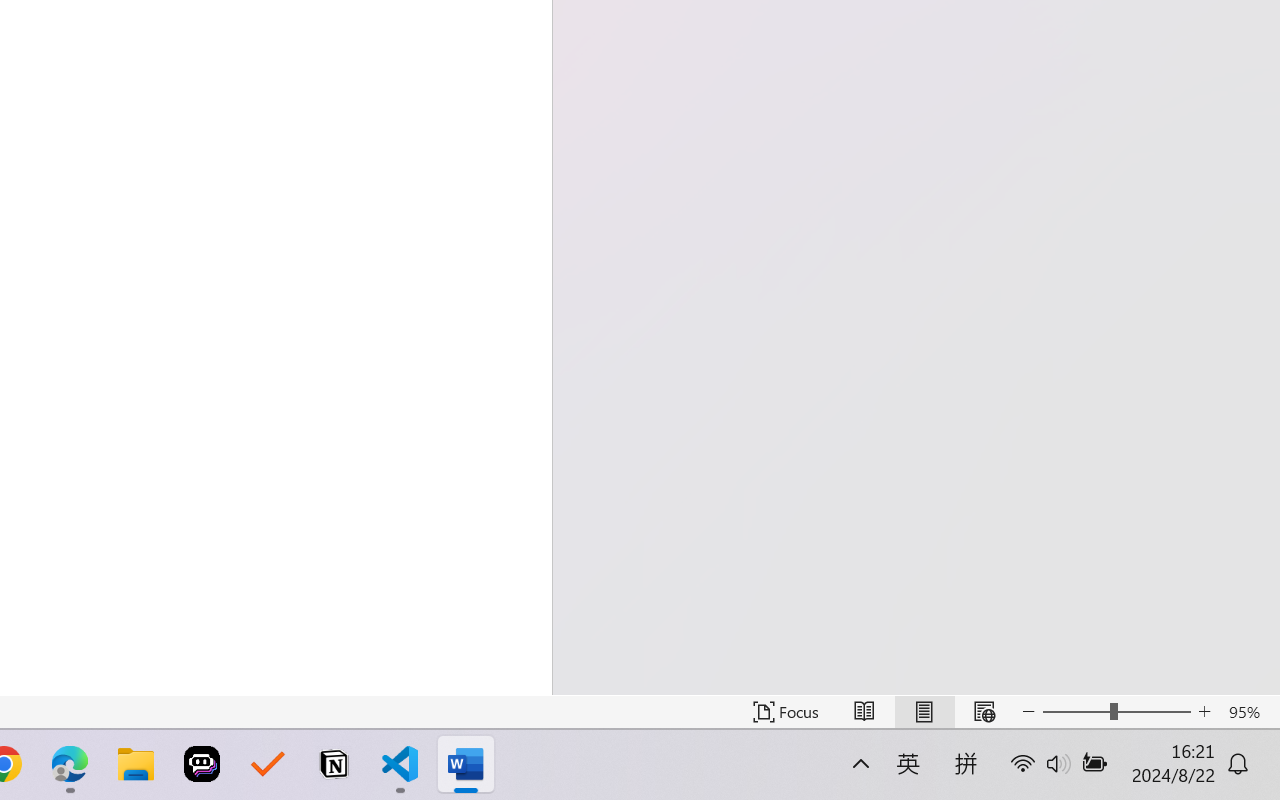 This screenshot has width=1280, height=800. What do you see at coordinates (1248, 711) in the screenshot?
I see `'Zoom 95%'` at bounding box center [1248, 711].